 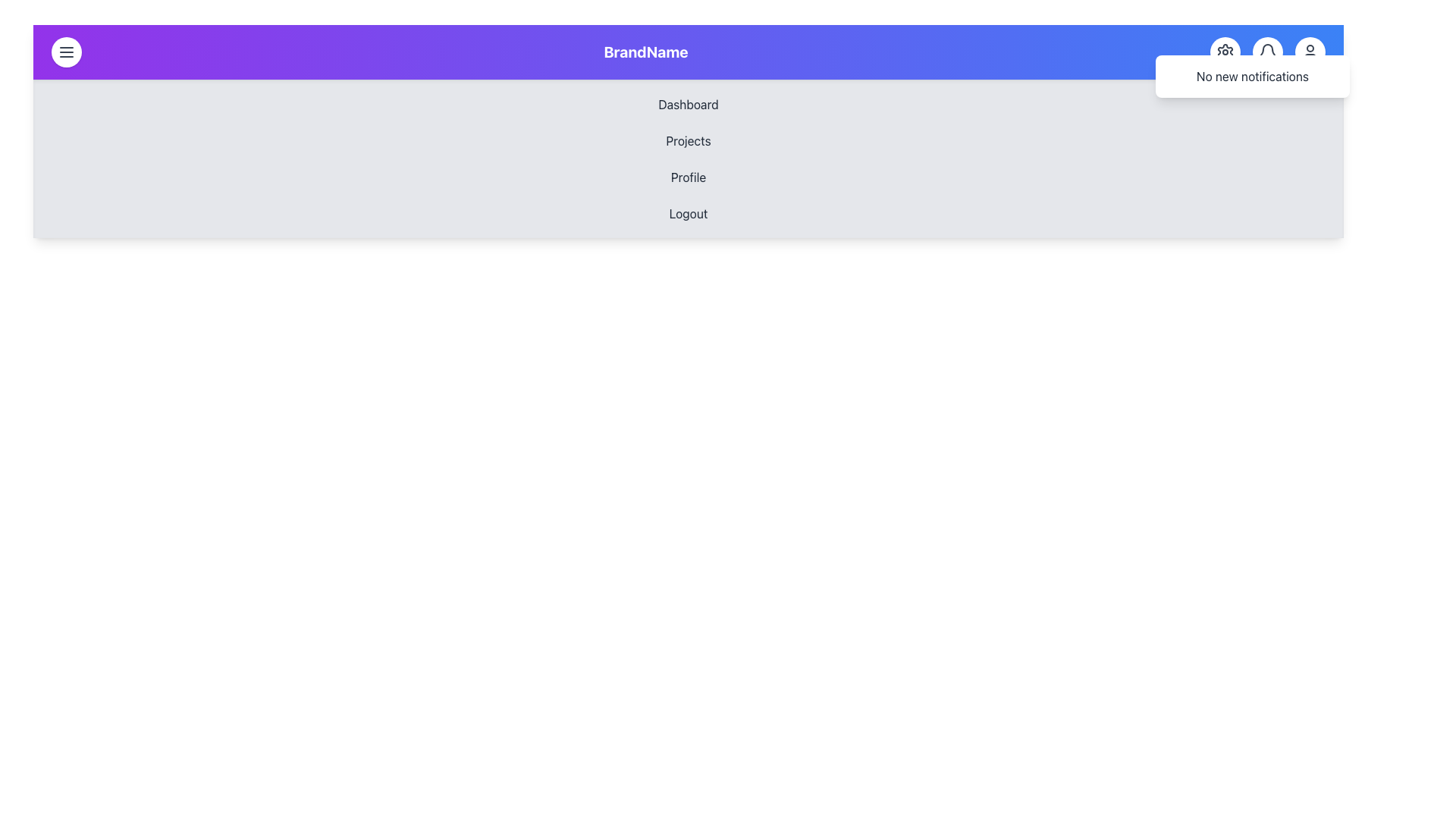 What do you see at coordinates (1267, 52) in the screenshot?
I see `the small circular button with a bell-shaped icon located in the top navigation bar` at bounding box center [1267, 52].